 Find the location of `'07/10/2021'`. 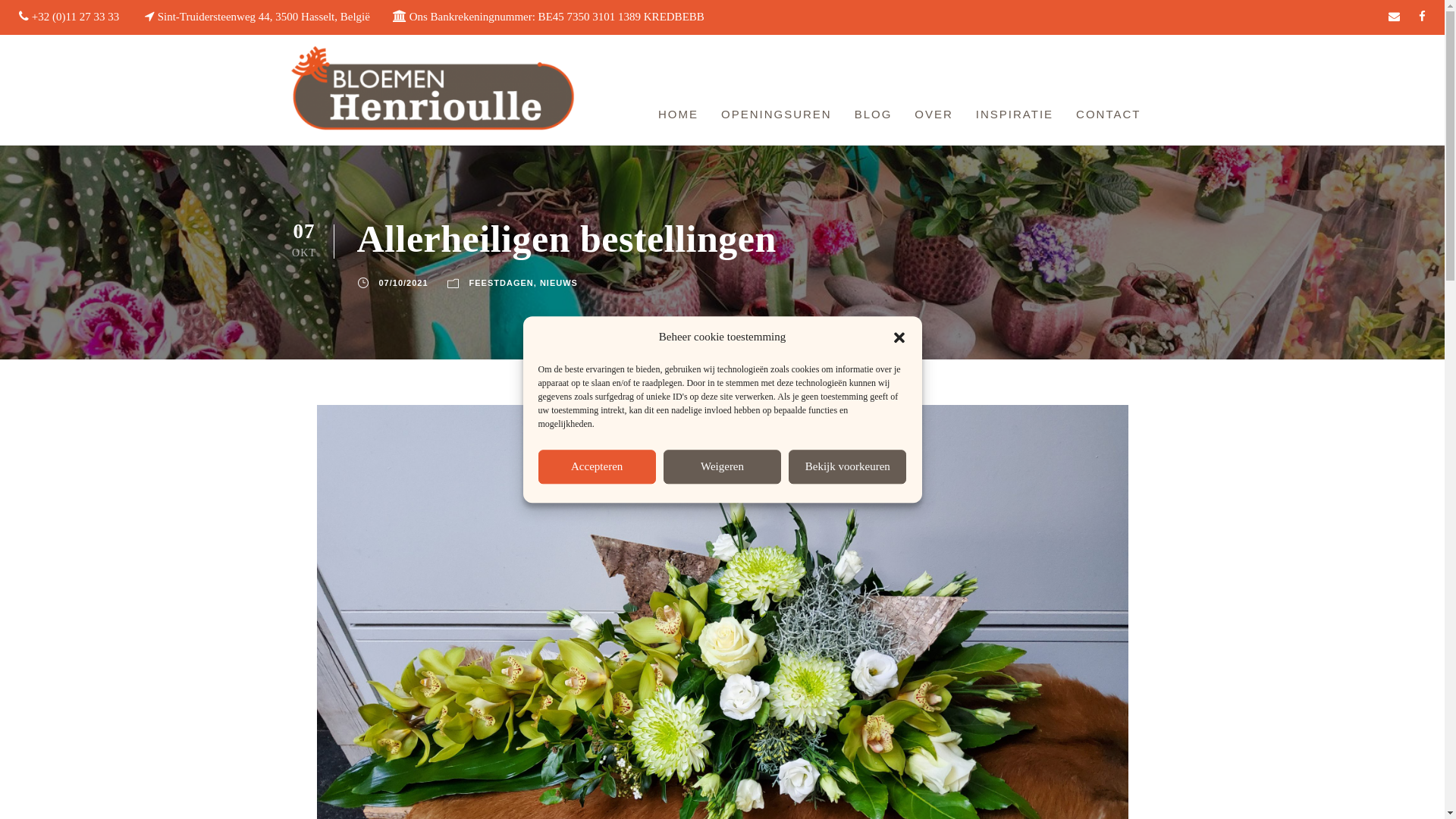

'07/10/2021' is located at coordinates (403, 283).